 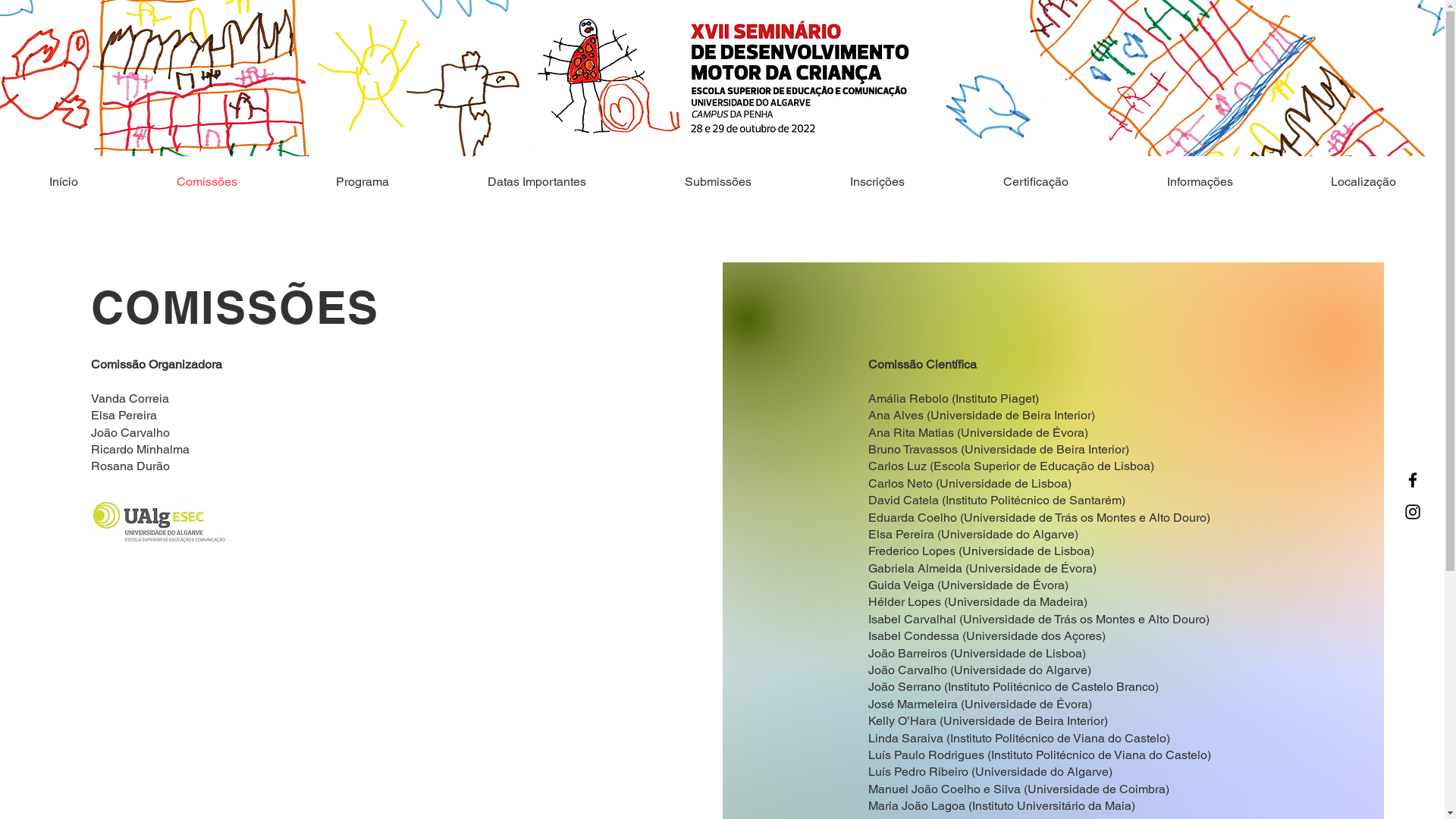 What do you see at coordinates (362, 180) in the screenshot?
I see `'Programa'` at bounding box center [362, 180].